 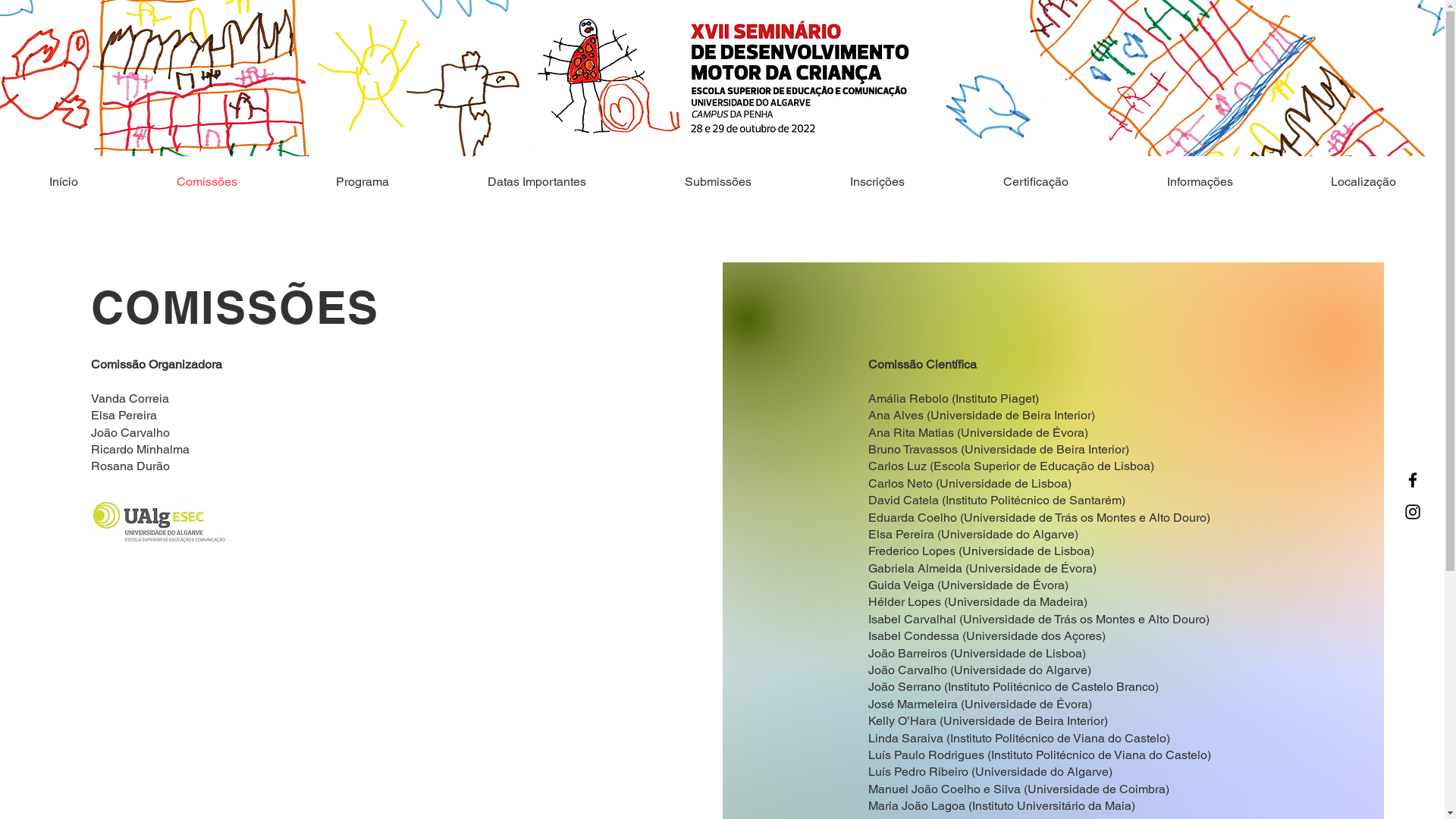 What do you see at coordinates (362, 180) in the screenshot?
I see `'Programa'` at bounding box center [362, 180].